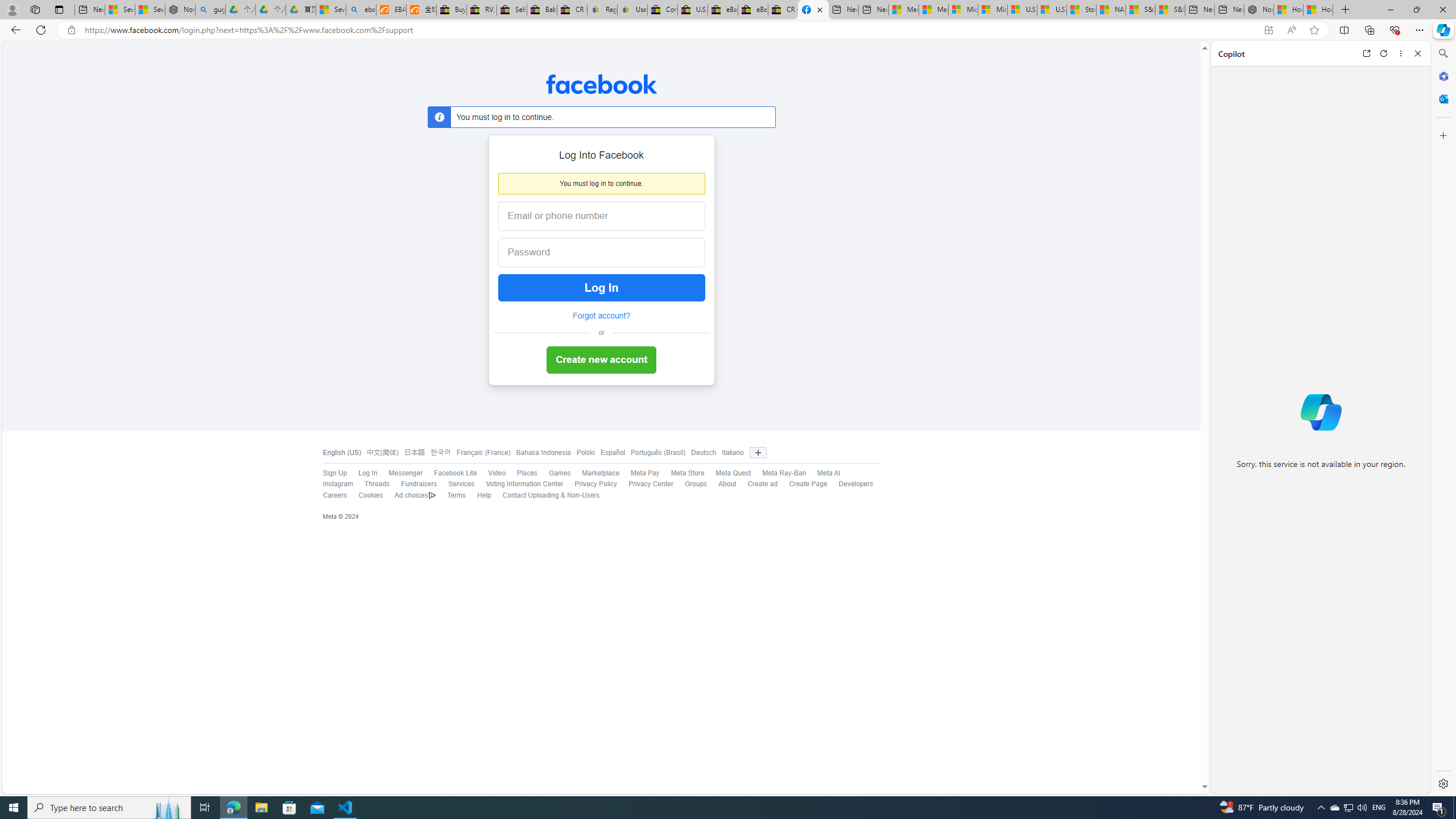 Image resolution: width=1456 pixels, height=819 pixels. Describe the element at coordinates (341, 453) in the screenshot. I see `'English (US)'` at that location.